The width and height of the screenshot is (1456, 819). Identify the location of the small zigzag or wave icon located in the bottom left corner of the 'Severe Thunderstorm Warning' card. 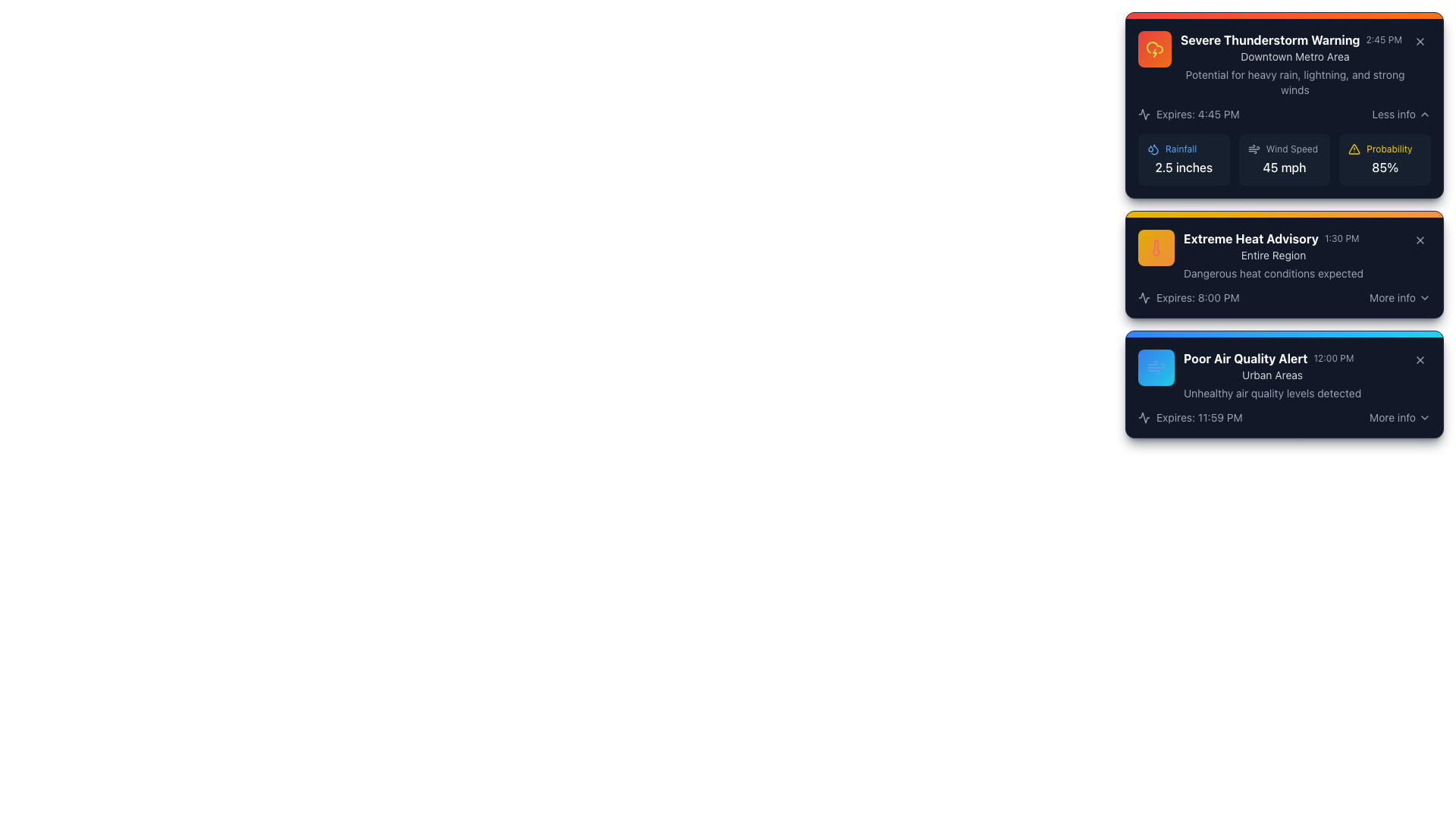
(1144, 298).